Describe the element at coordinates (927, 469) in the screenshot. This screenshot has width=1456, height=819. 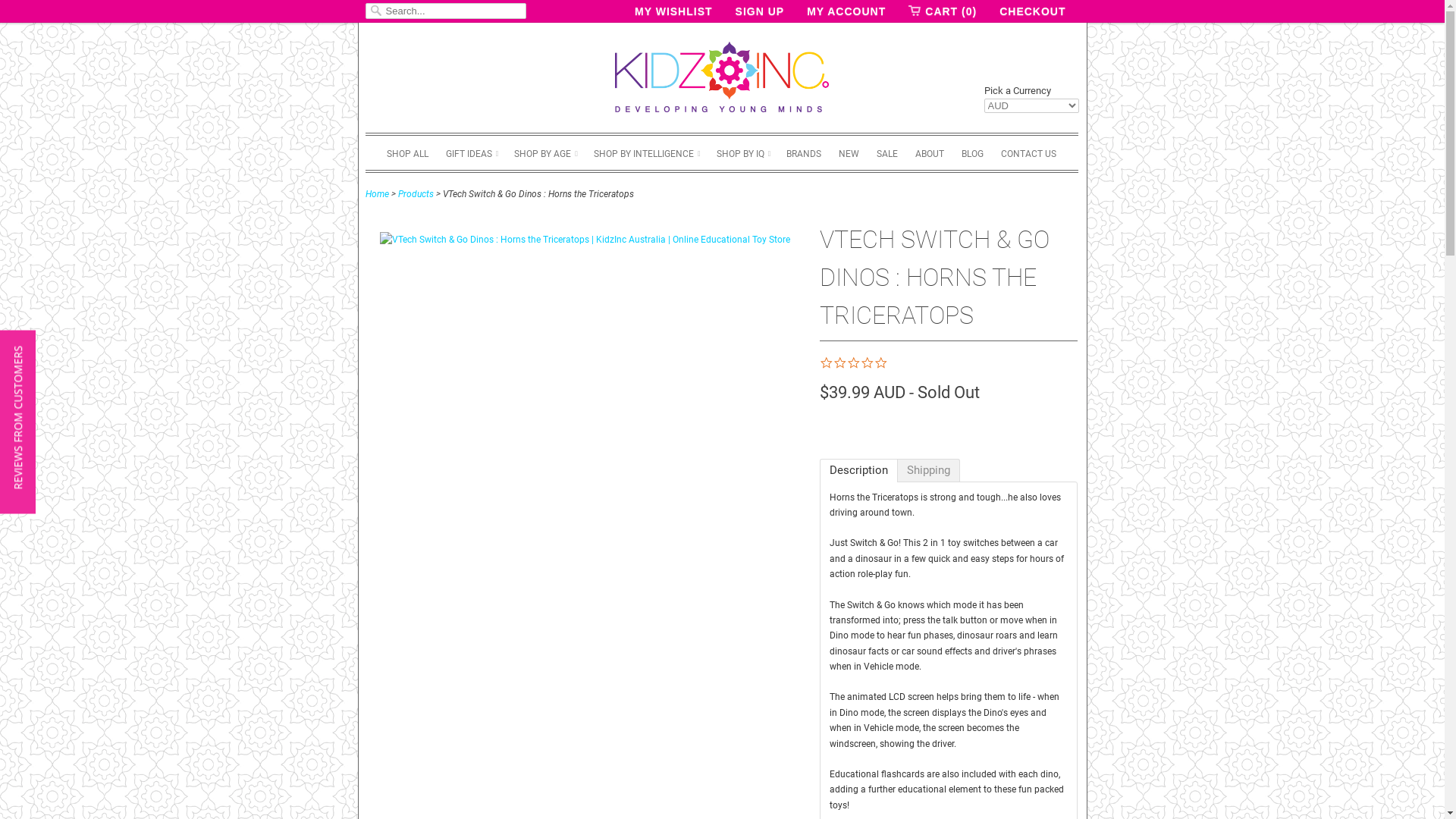
I see `'Shipping'` at that location.